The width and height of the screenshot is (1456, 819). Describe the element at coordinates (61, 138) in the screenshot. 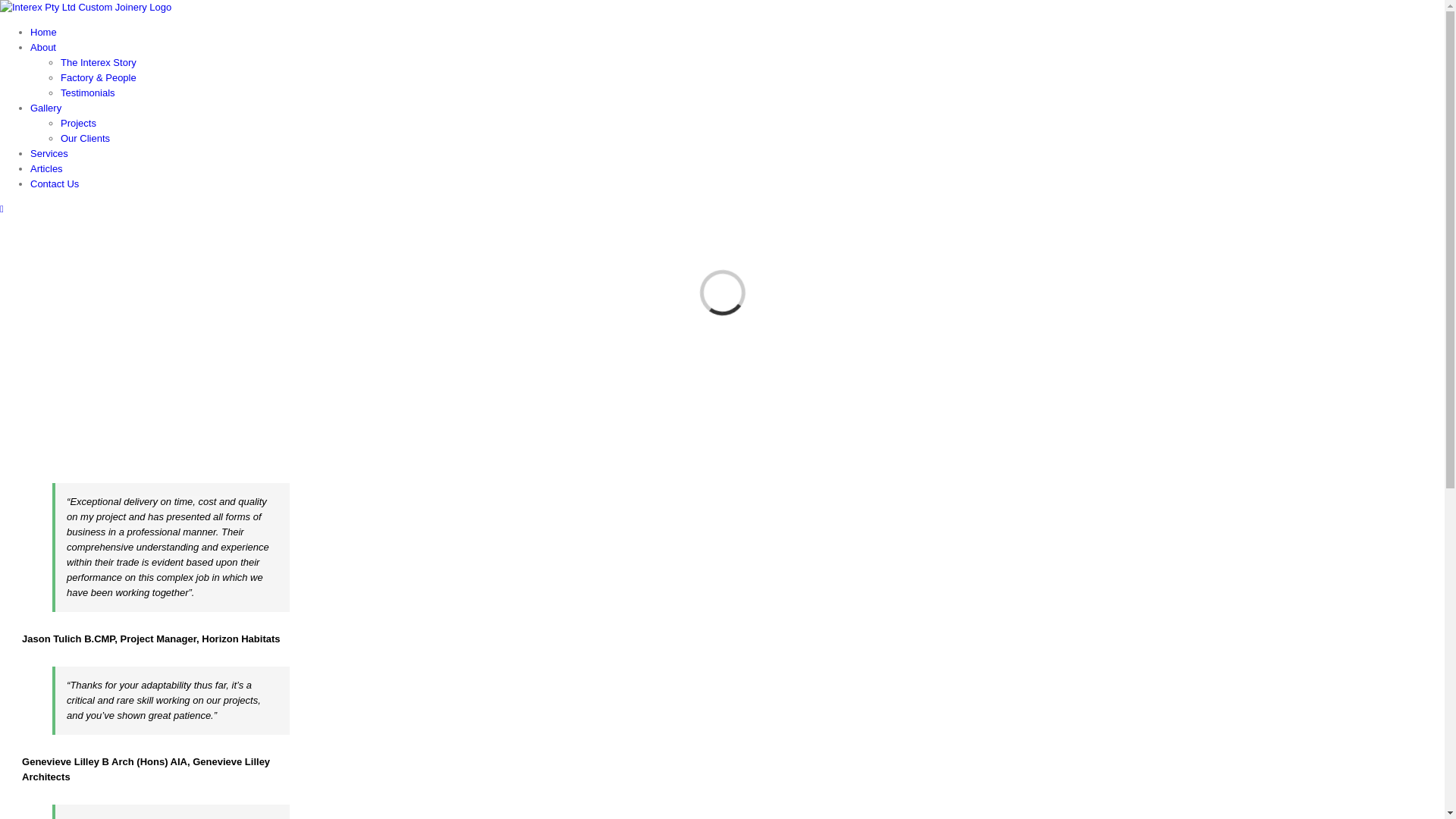

I see `'Our Clients'` at that location.